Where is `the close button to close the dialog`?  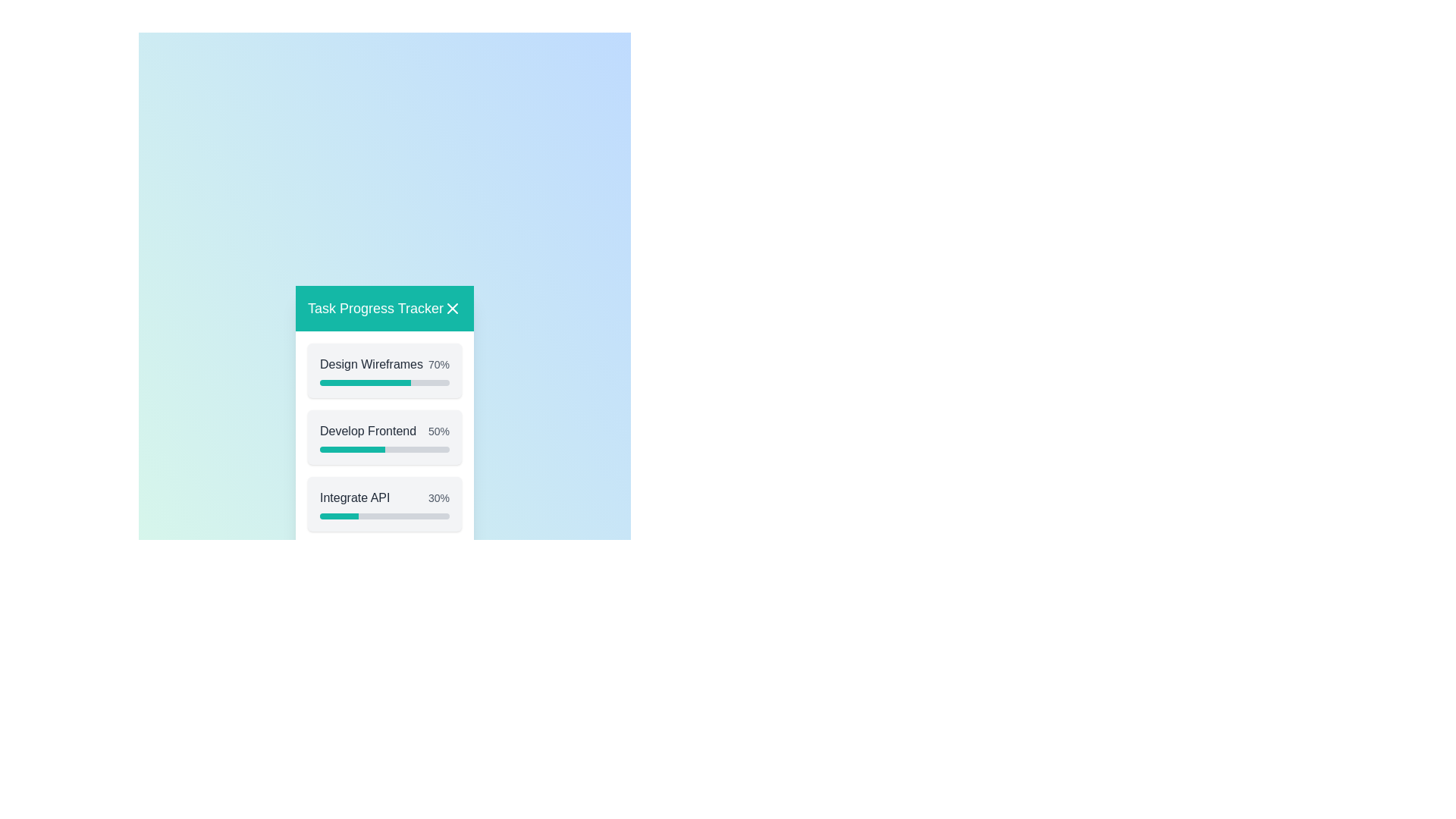
the close button to close the dialog is located at coordinates (452, 307).